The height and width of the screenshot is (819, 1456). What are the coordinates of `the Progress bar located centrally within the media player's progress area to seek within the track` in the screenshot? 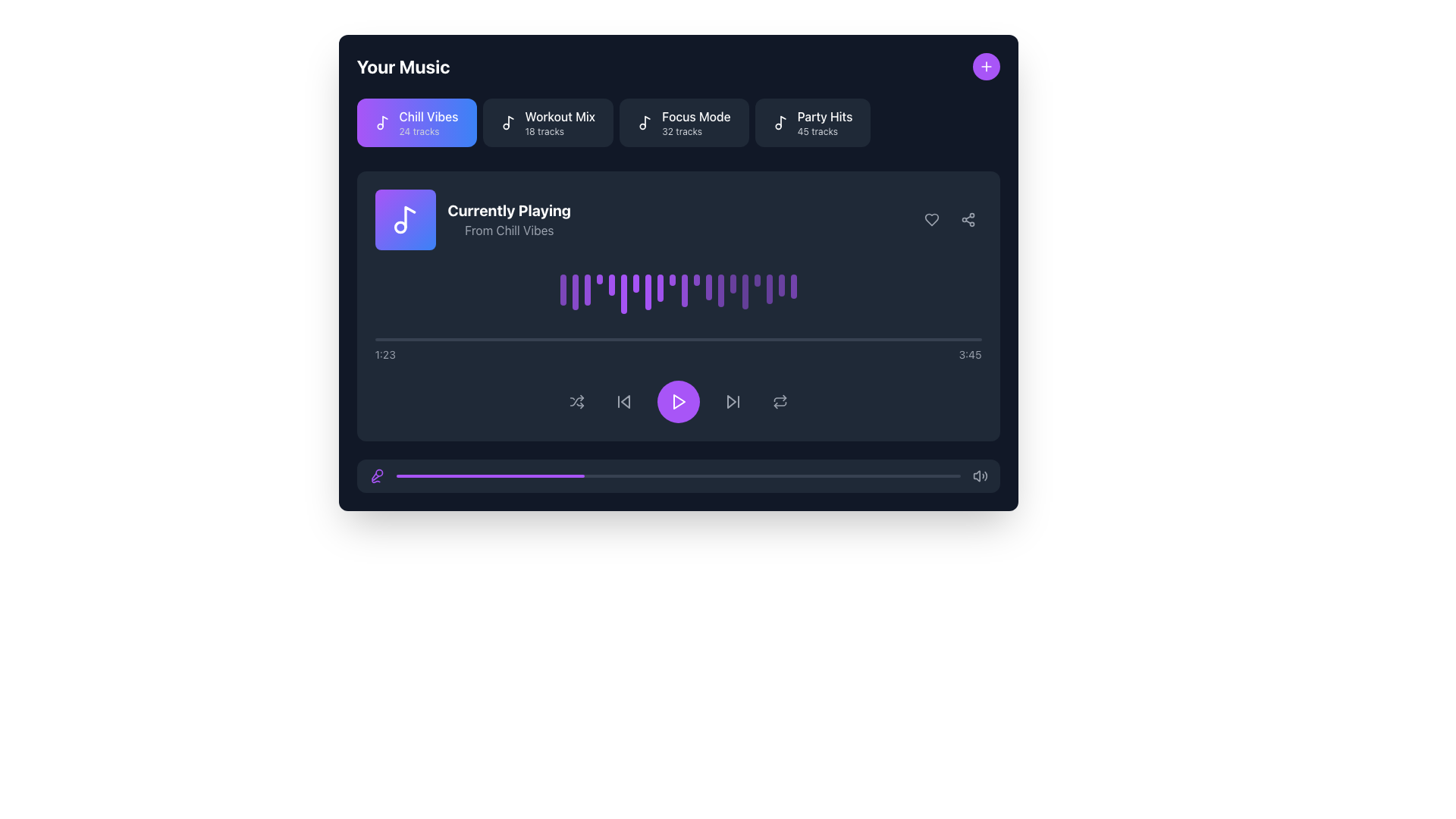 It's located at (677, 339).